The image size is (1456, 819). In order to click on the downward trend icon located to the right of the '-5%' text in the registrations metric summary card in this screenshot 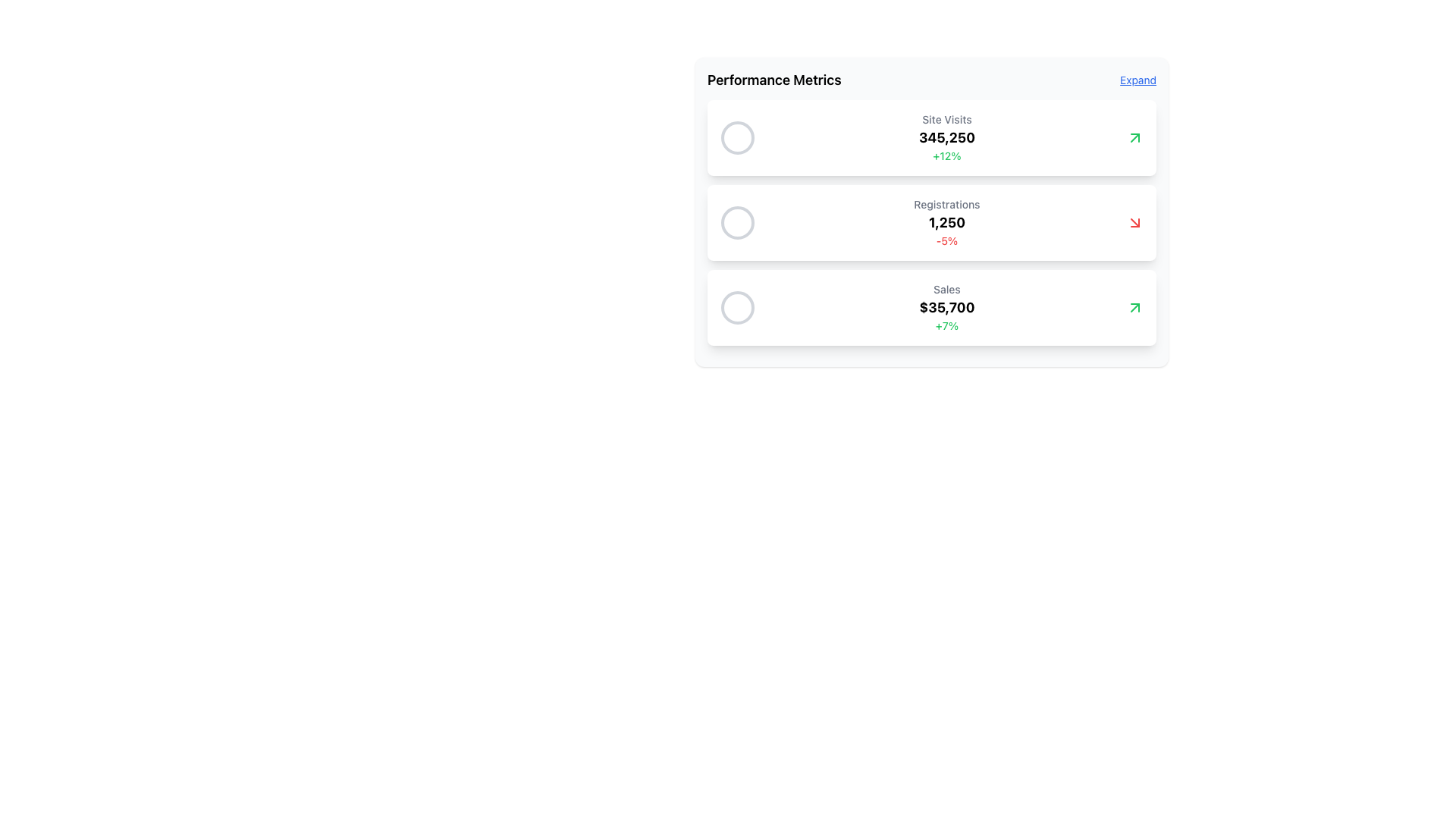, I will do `click(1135, 222)`.